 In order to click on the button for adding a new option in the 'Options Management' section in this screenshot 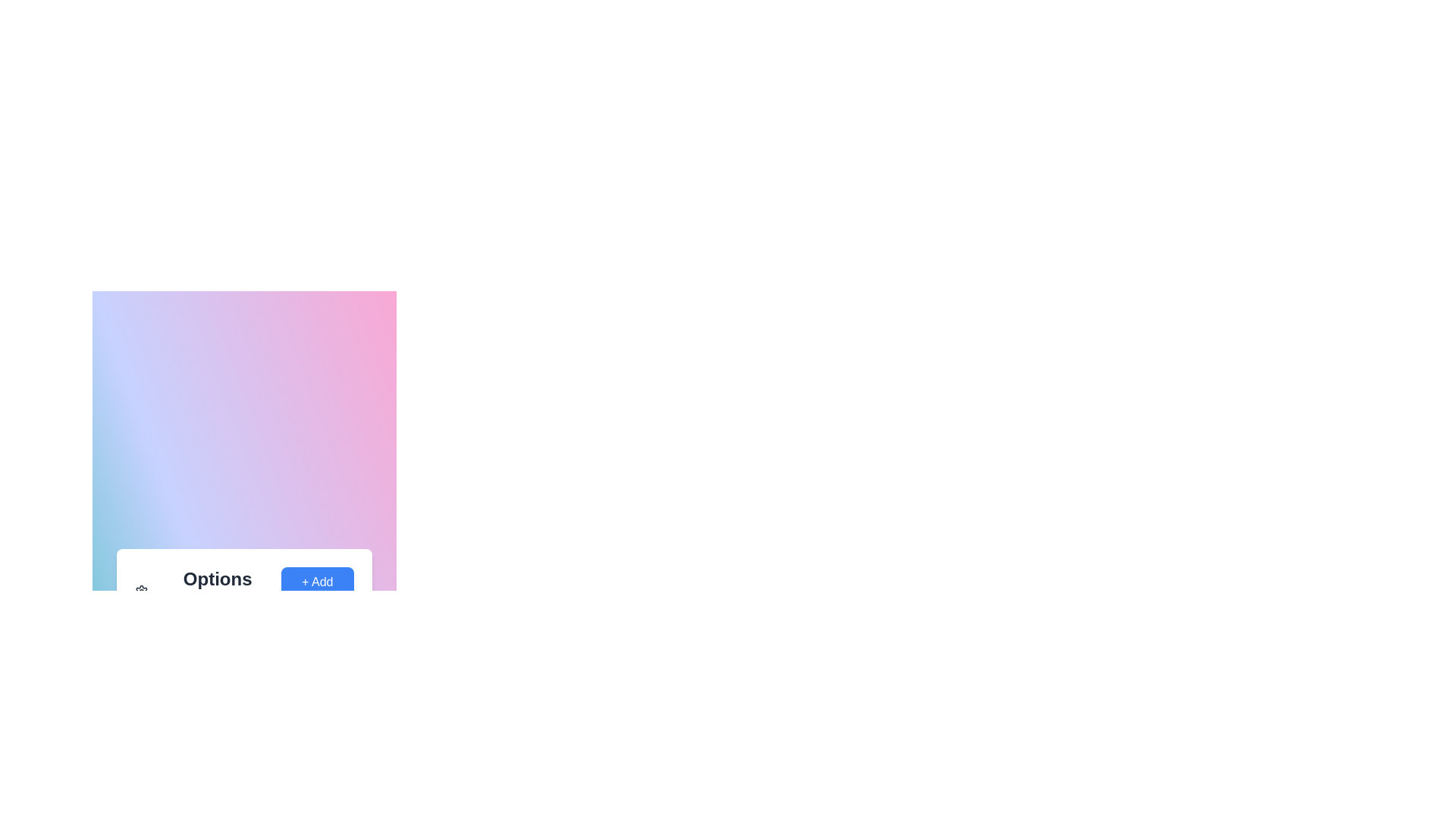, I will do `click(316, 590)`.